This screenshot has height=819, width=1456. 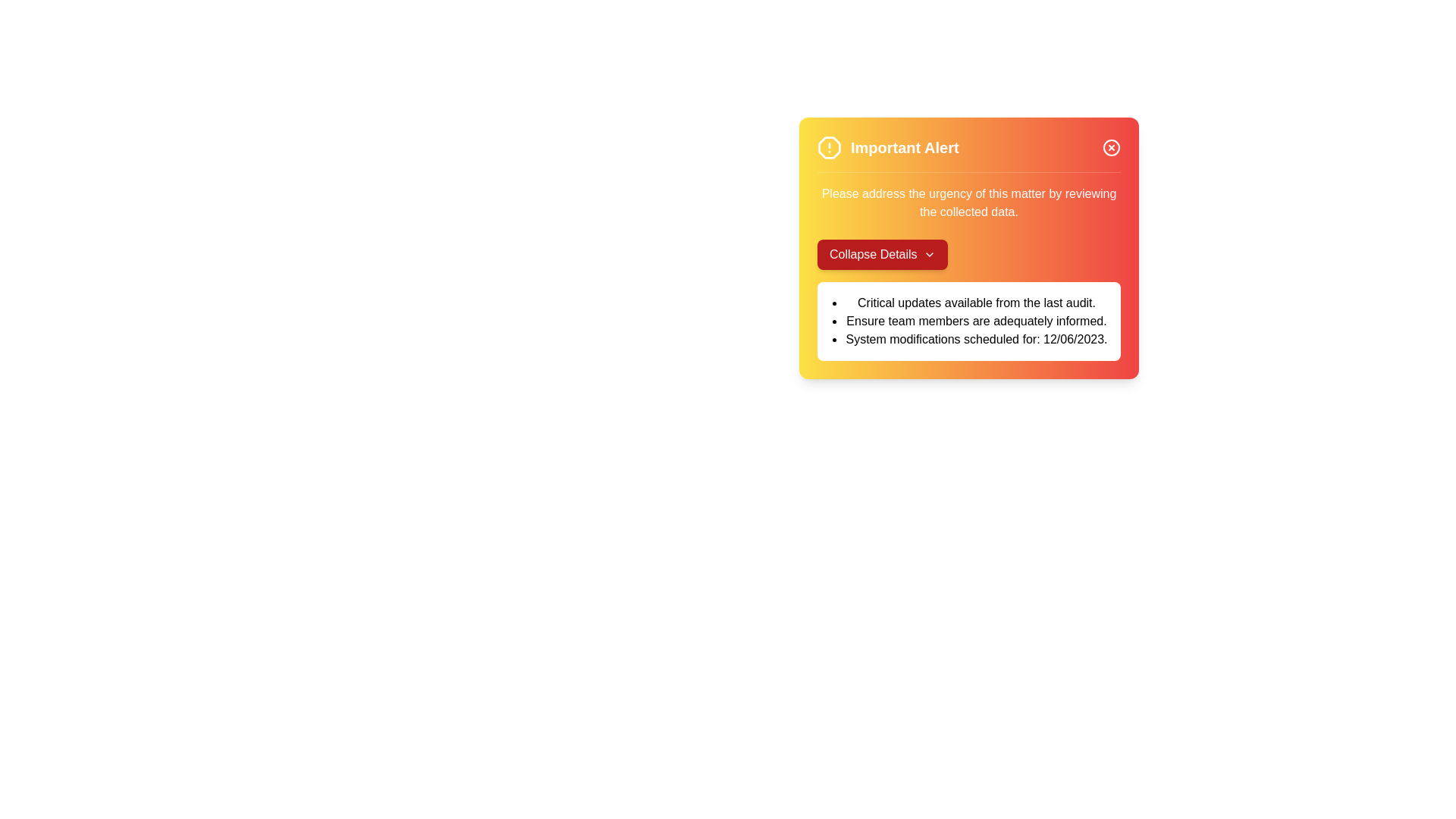 I want to click on close button to dismiss the notification, so click(x=1111, y=148).